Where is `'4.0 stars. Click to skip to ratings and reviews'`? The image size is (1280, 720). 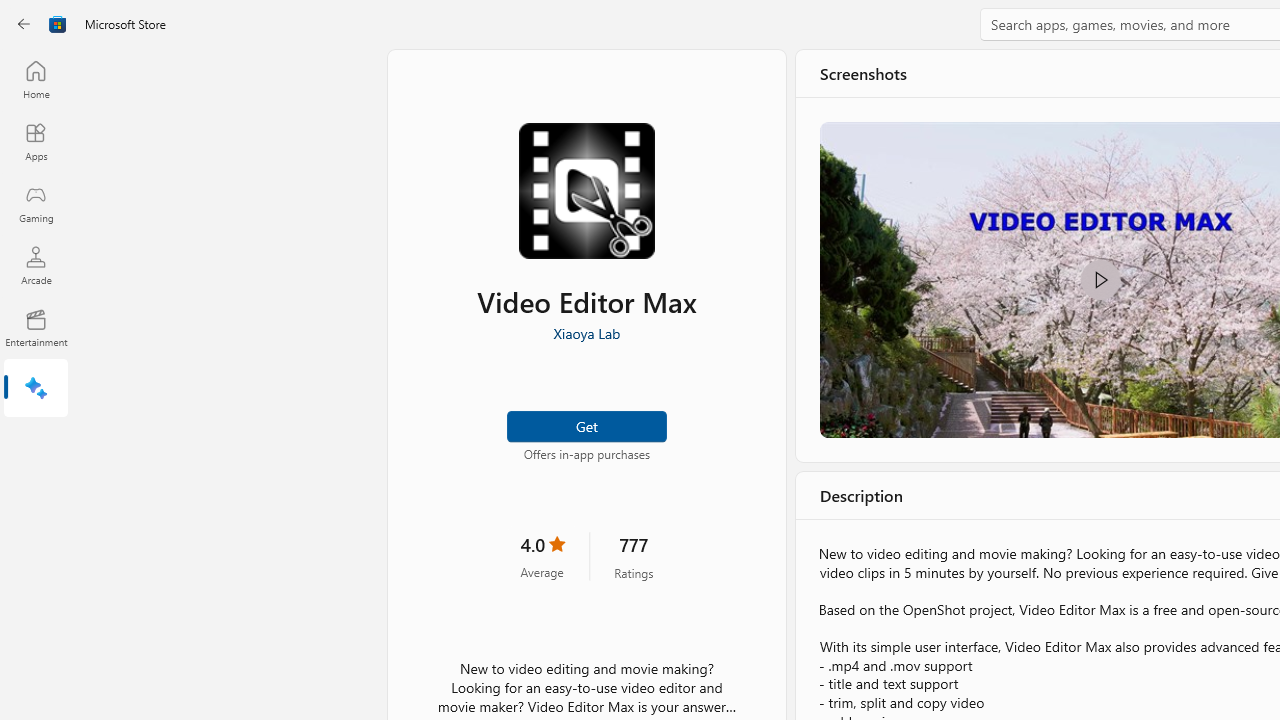
'4.0 stars. Click to skip to ratings and reviews' is located at coordinates (542, 556).